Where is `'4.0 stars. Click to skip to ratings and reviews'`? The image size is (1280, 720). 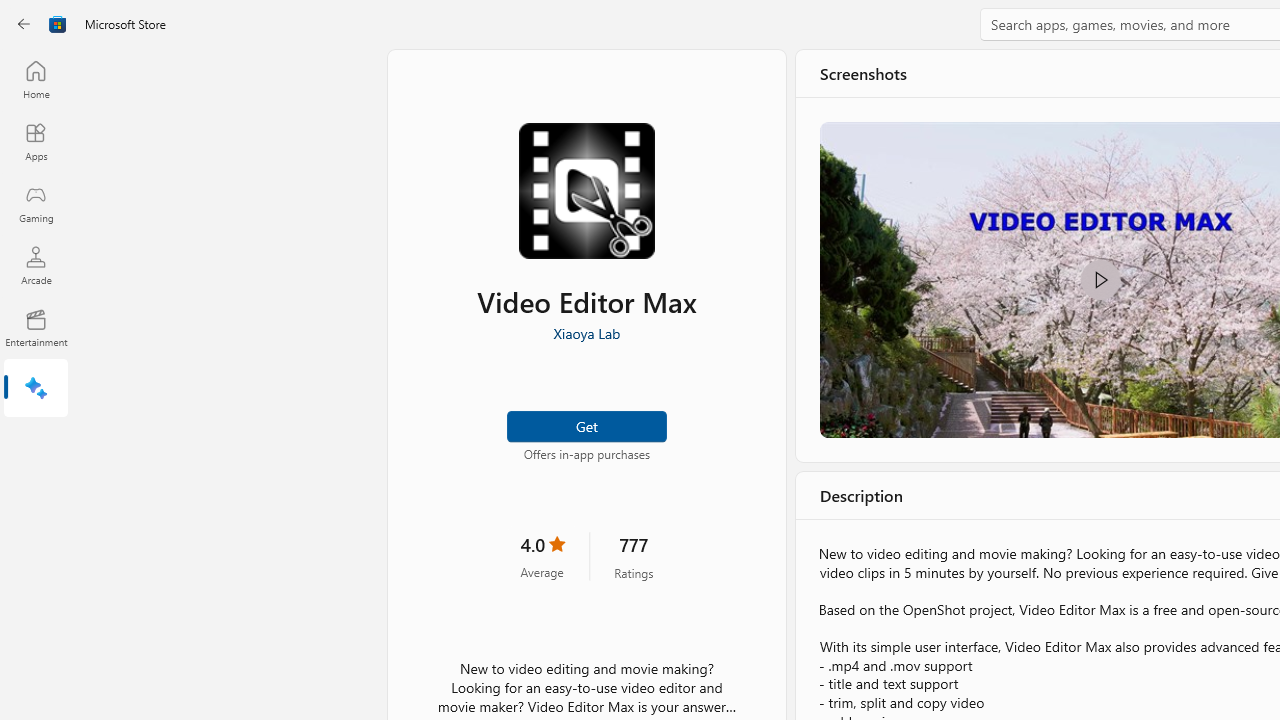
'4.0 stars. Click to skip to ratings and reviews' is located at coordinates (542, 556).